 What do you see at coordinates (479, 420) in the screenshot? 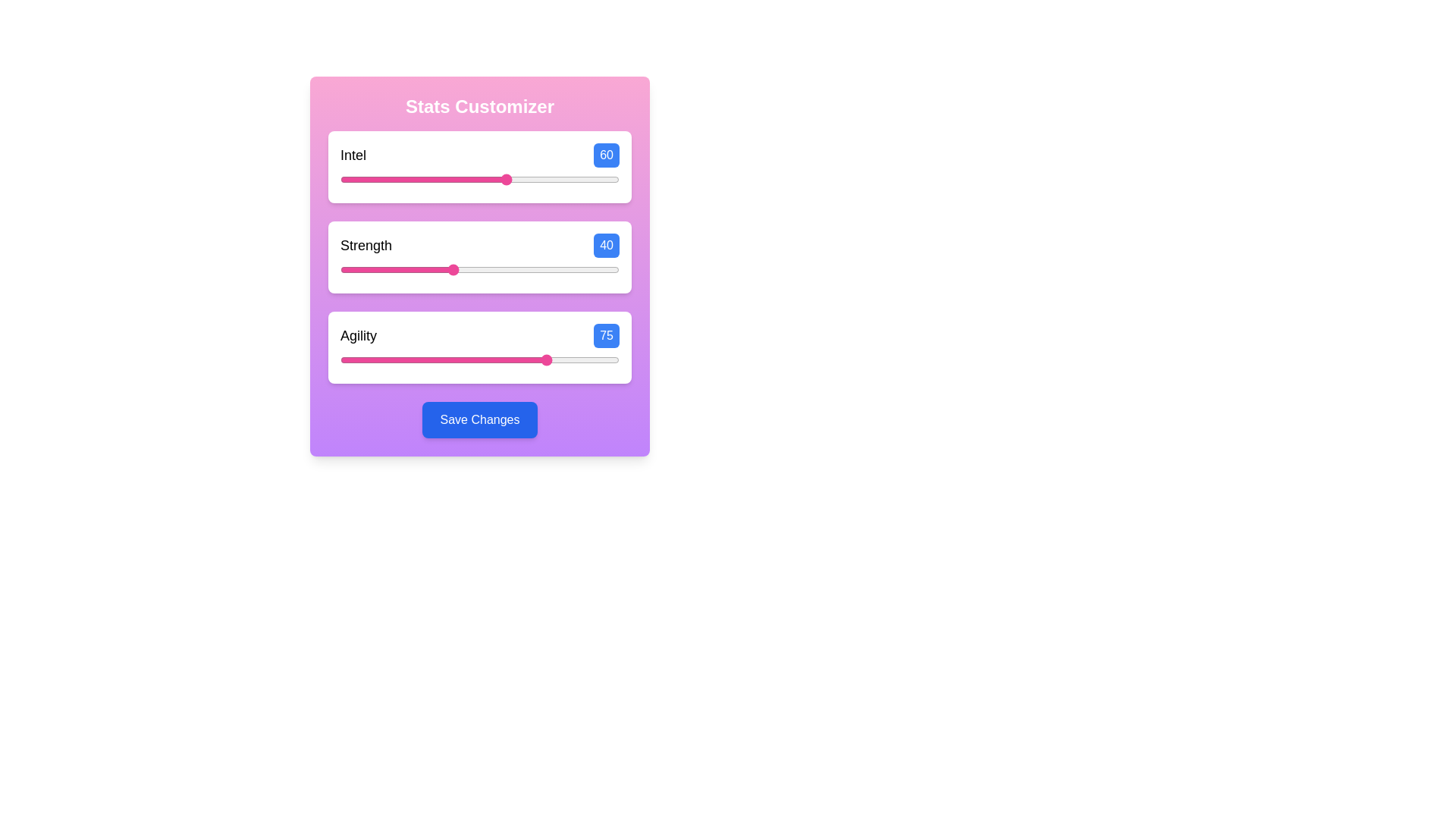
I see `the 'Save Changes' button, which is a rectangular button with a blue background and white text, located at the lower part of the 'Stats Customizer' panel, below the sliders for 'Intel', 'Strength', and 'Agility'` at bounding box center [479, 420].